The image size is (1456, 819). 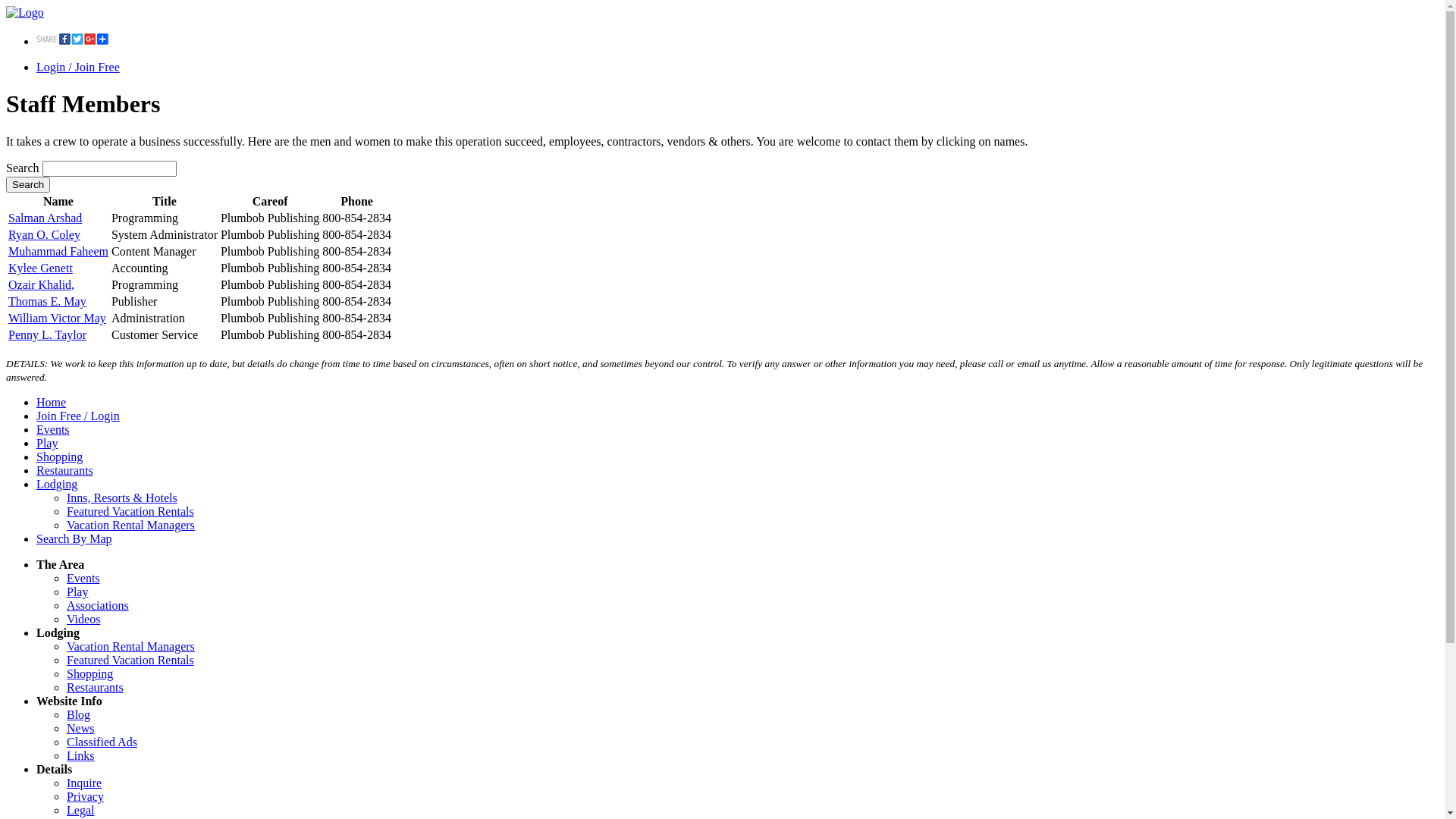 I want to click on 'William Victor May', so click(x=57, y=317).